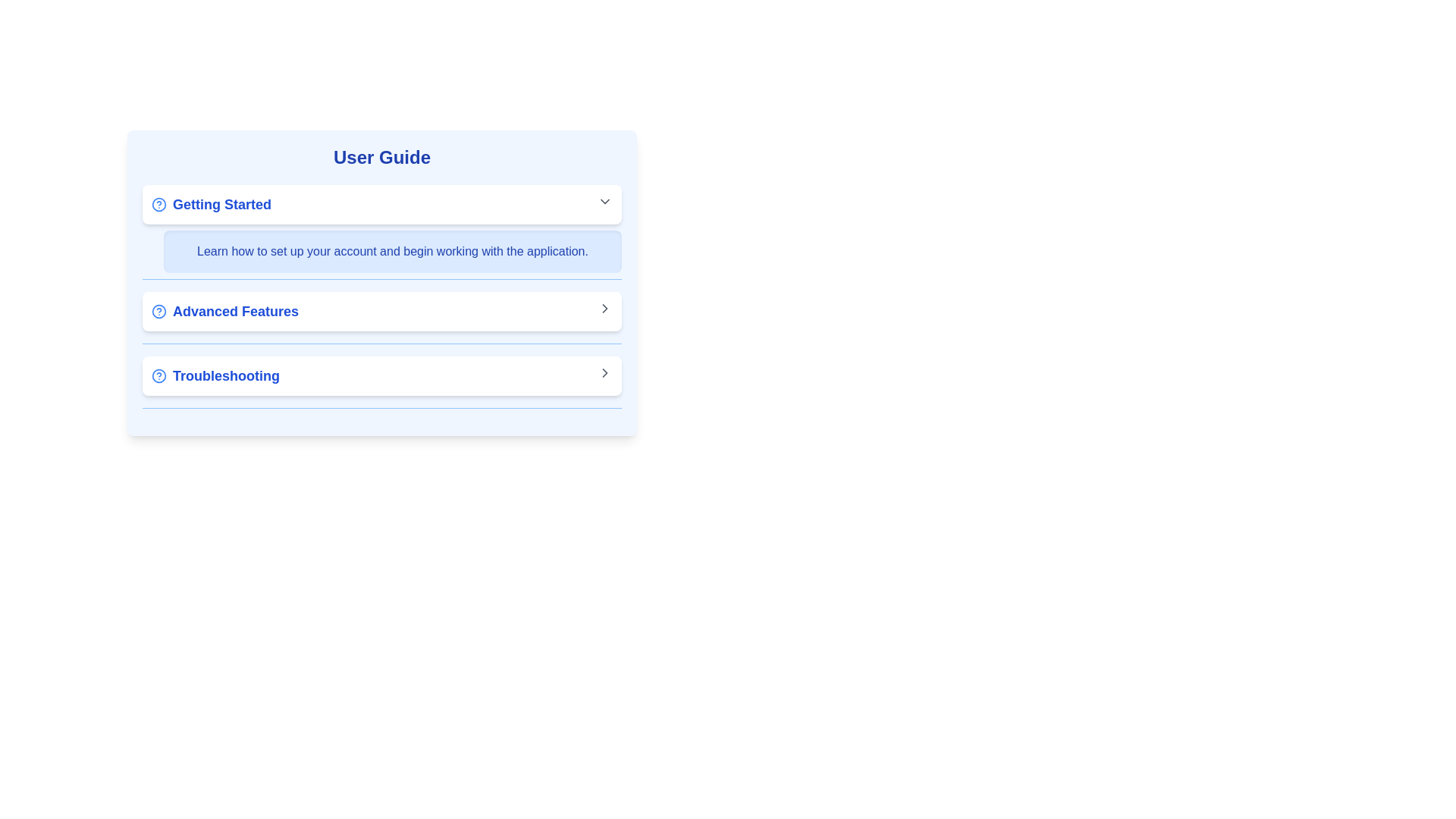 This screenshot has height=819, width=1456. What do you see at coordinates (604, 308) in the screenshot?
I see `the right-facing chevron icon located on the right edge of the 'Advanced Features' section` at bounding box center [604, 308].